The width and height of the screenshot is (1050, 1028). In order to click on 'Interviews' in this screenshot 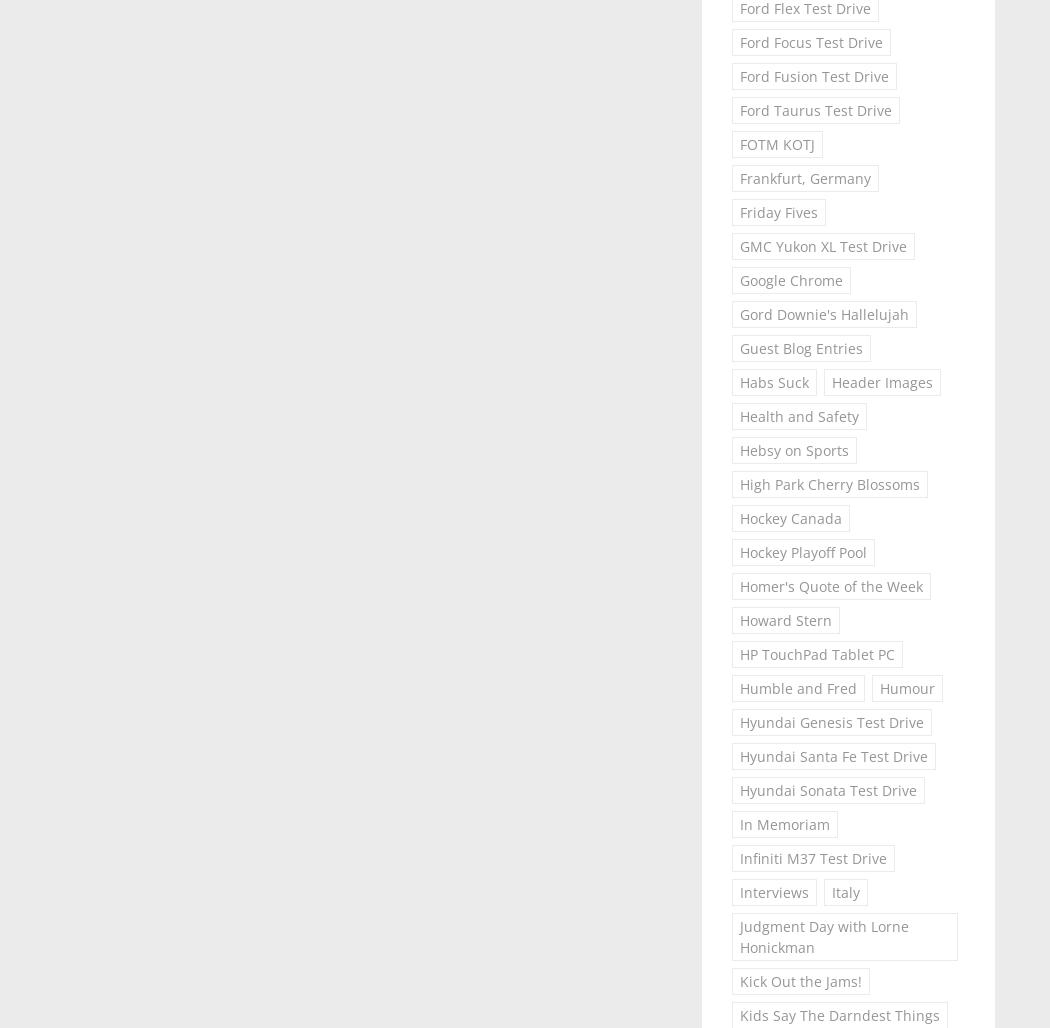, I will do `click(773, 891)`.